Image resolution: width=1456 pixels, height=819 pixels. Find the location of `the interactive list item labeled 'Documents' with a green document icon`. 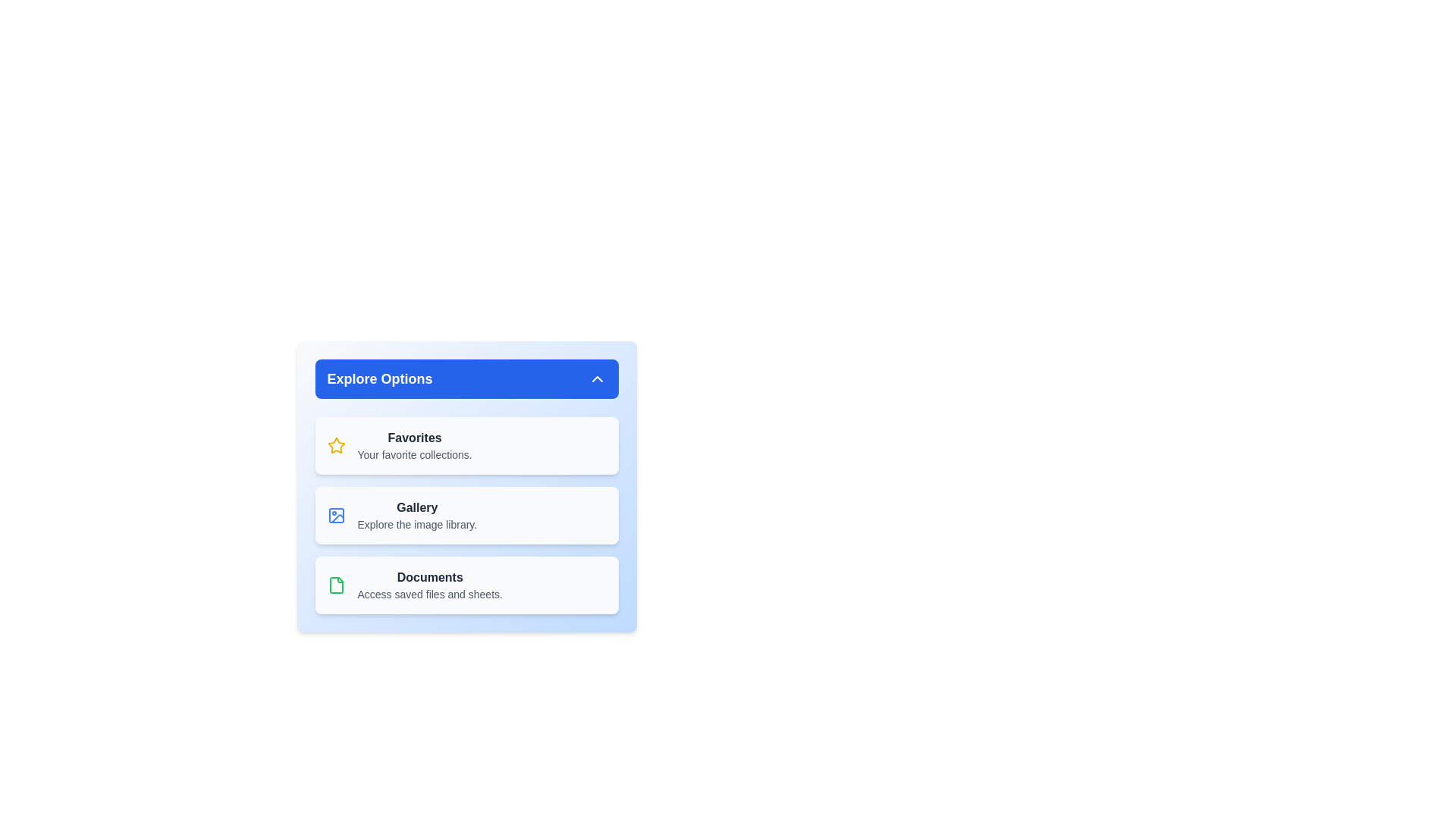

the interactive list item labeled 'Documents' with a green document icon is located at coordinates (466, 584).